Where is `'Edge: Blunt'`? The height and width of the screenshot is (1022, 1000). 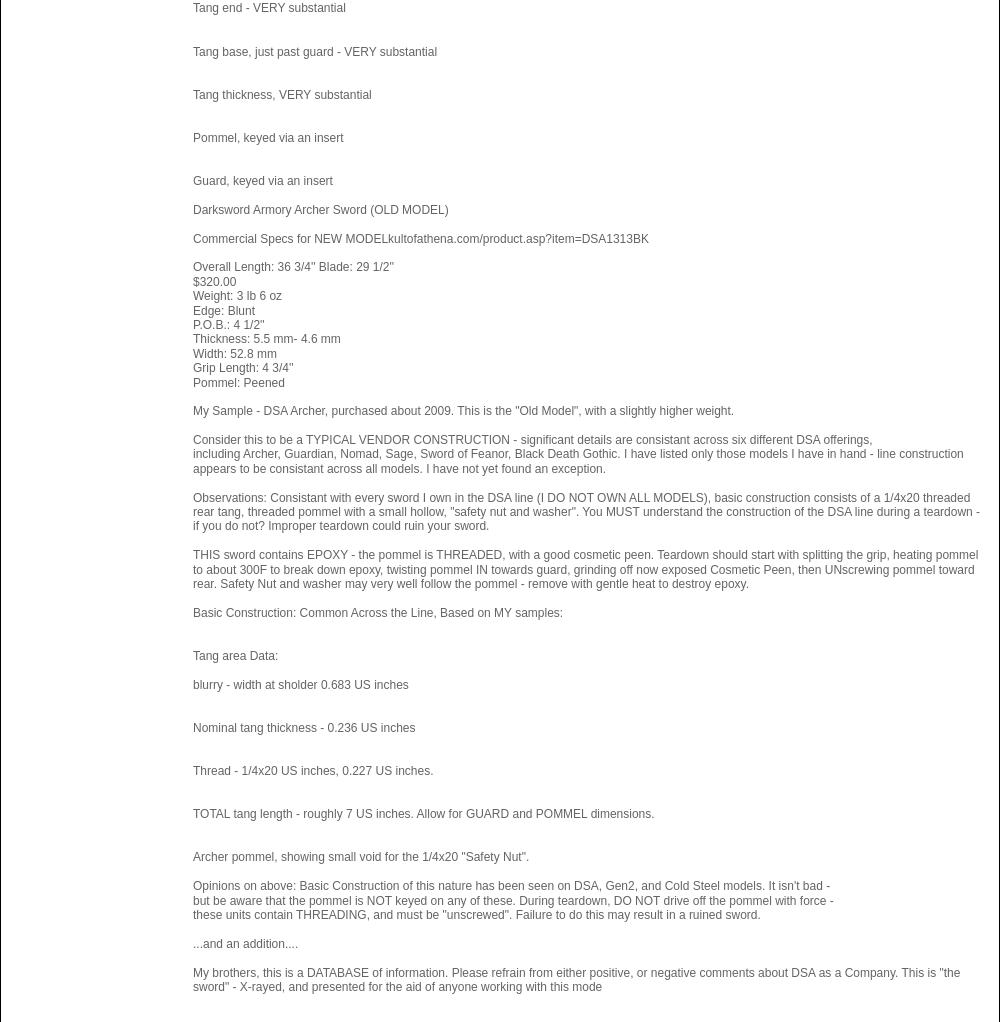
'Edge: Blunt' is located at coordinates (222, 308).